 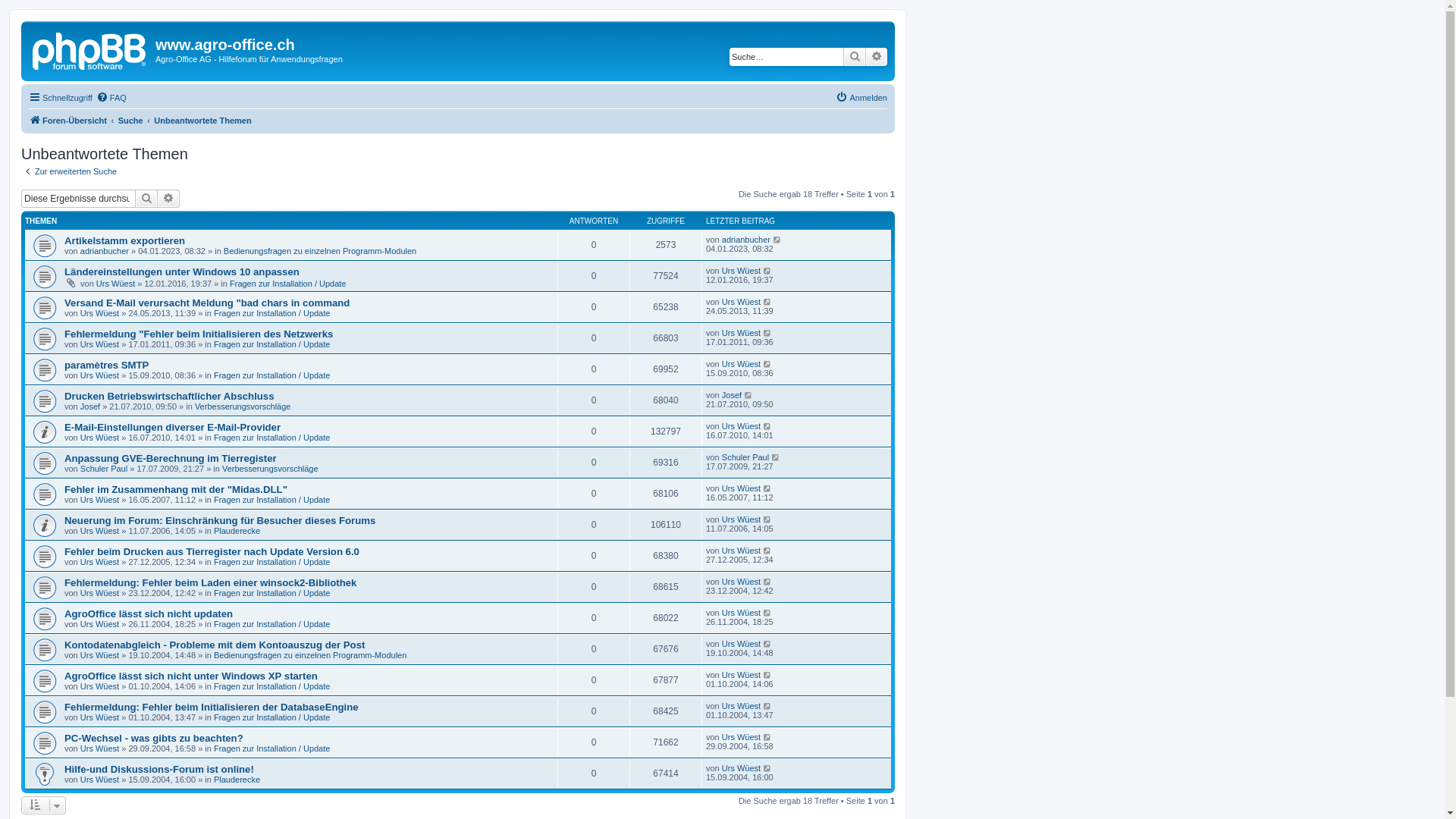 I want to click on 'Suche', so click(x=146, y=198).